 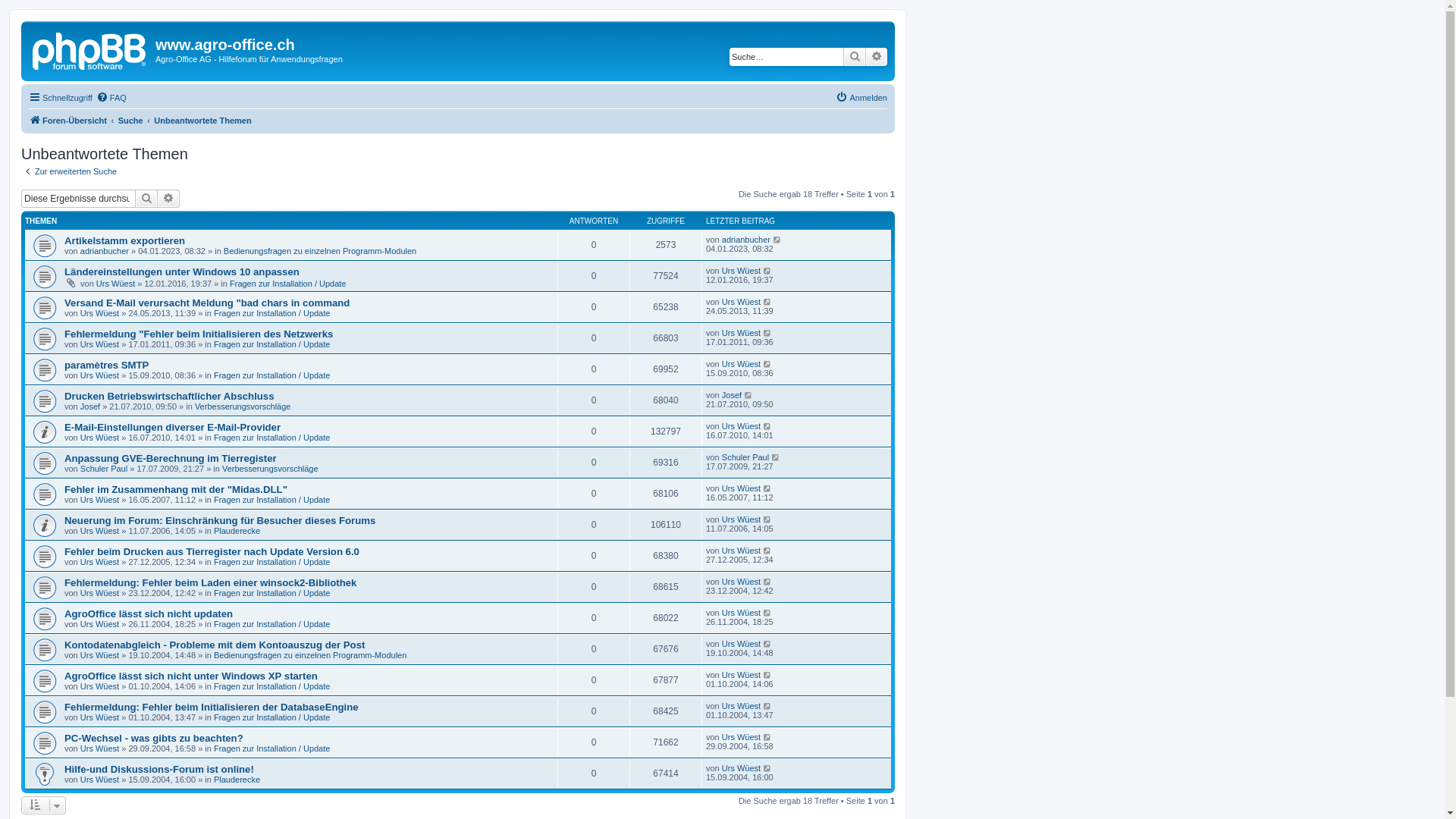 I want to click on 'Suche', so click(x=146, y=198).